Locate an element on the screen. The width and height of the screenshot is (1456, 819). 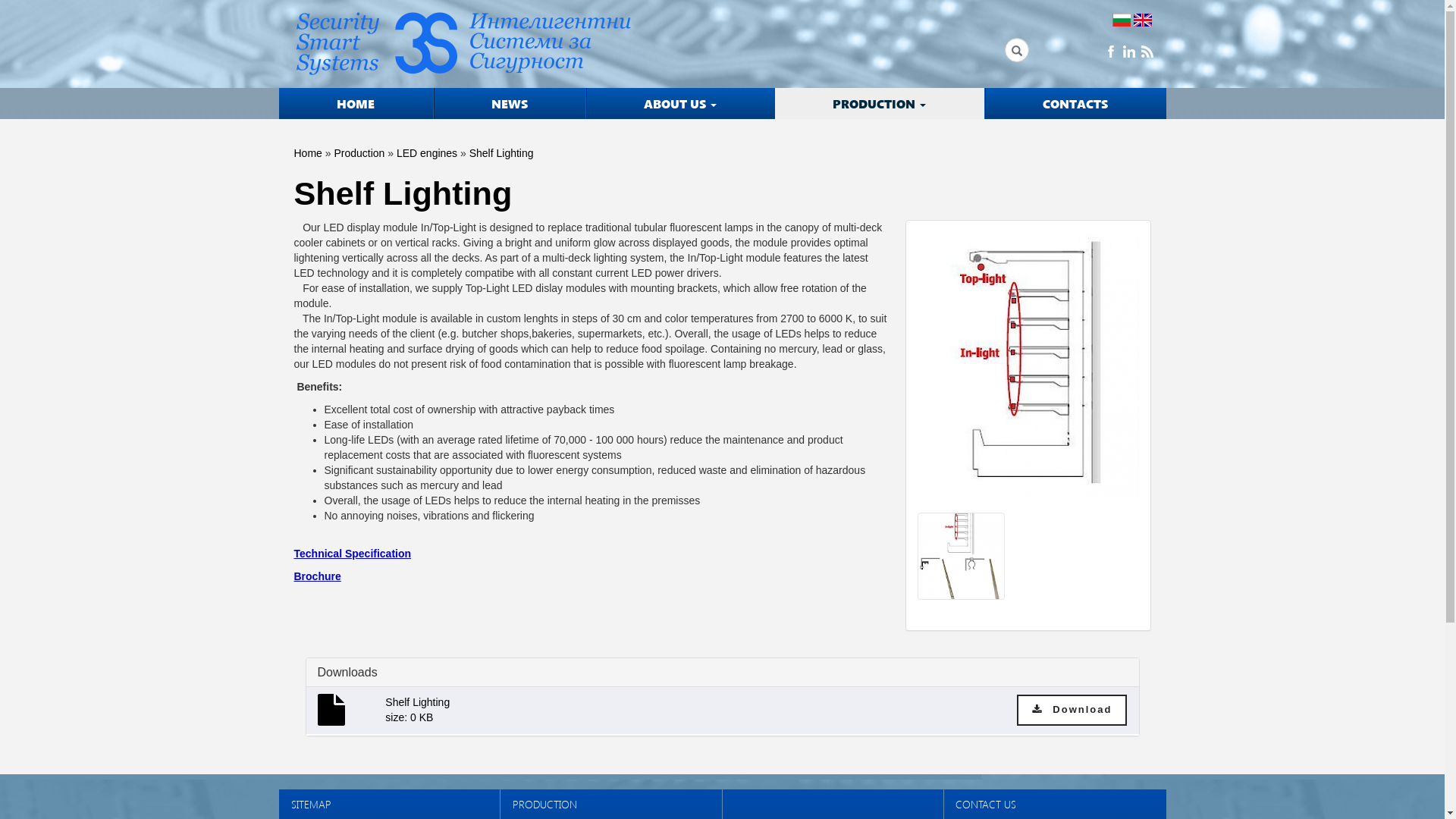
'Home' is located at coordinates (307, 152).